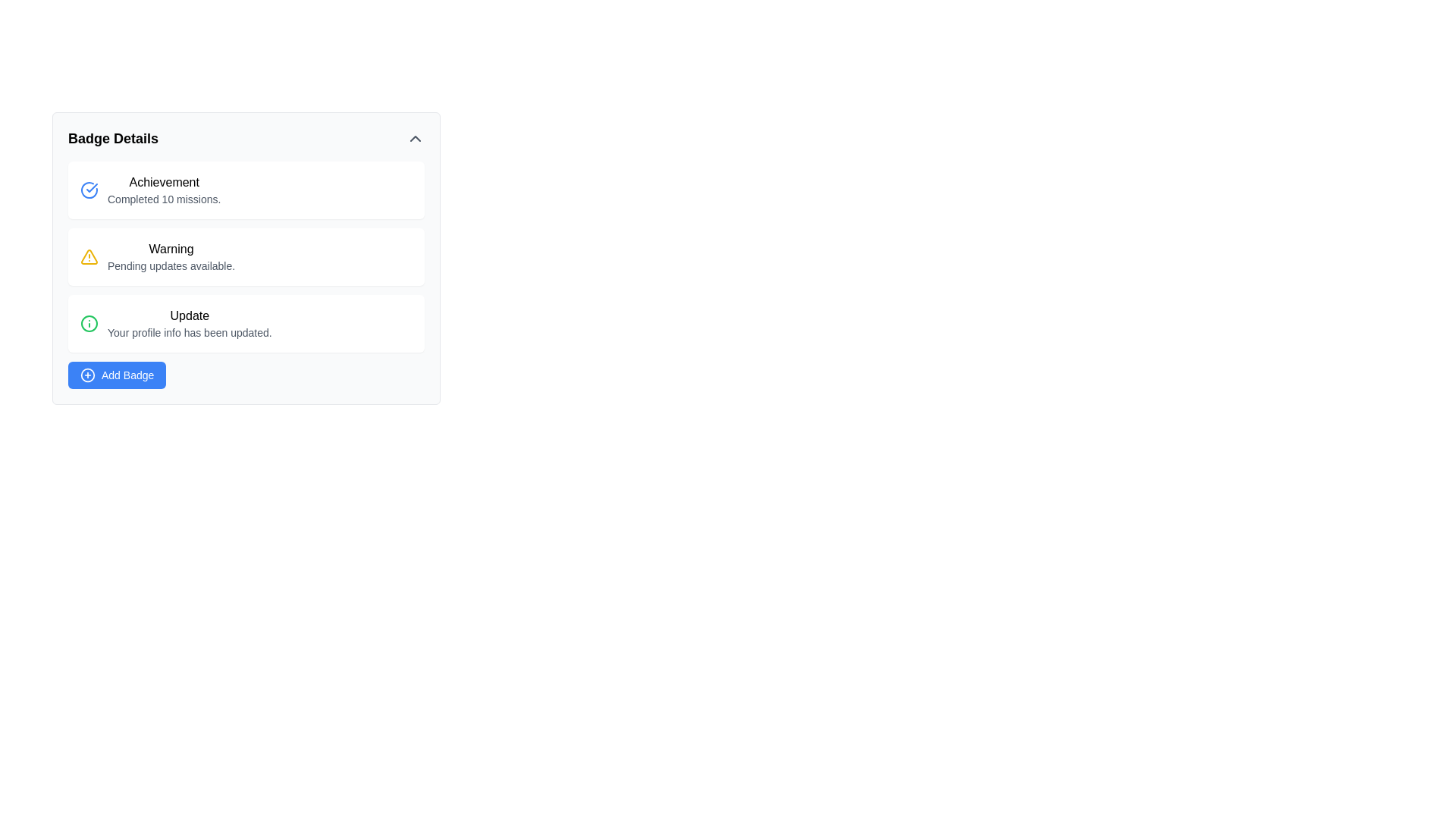 The height and width of the screenshot is (819, 1456). What do you see at coordinates (246, 323) in the screenshot?
I see `the third Notification card in the 'Badge Details' section that informs users about their profile information update` at bounding box center [246, 323].